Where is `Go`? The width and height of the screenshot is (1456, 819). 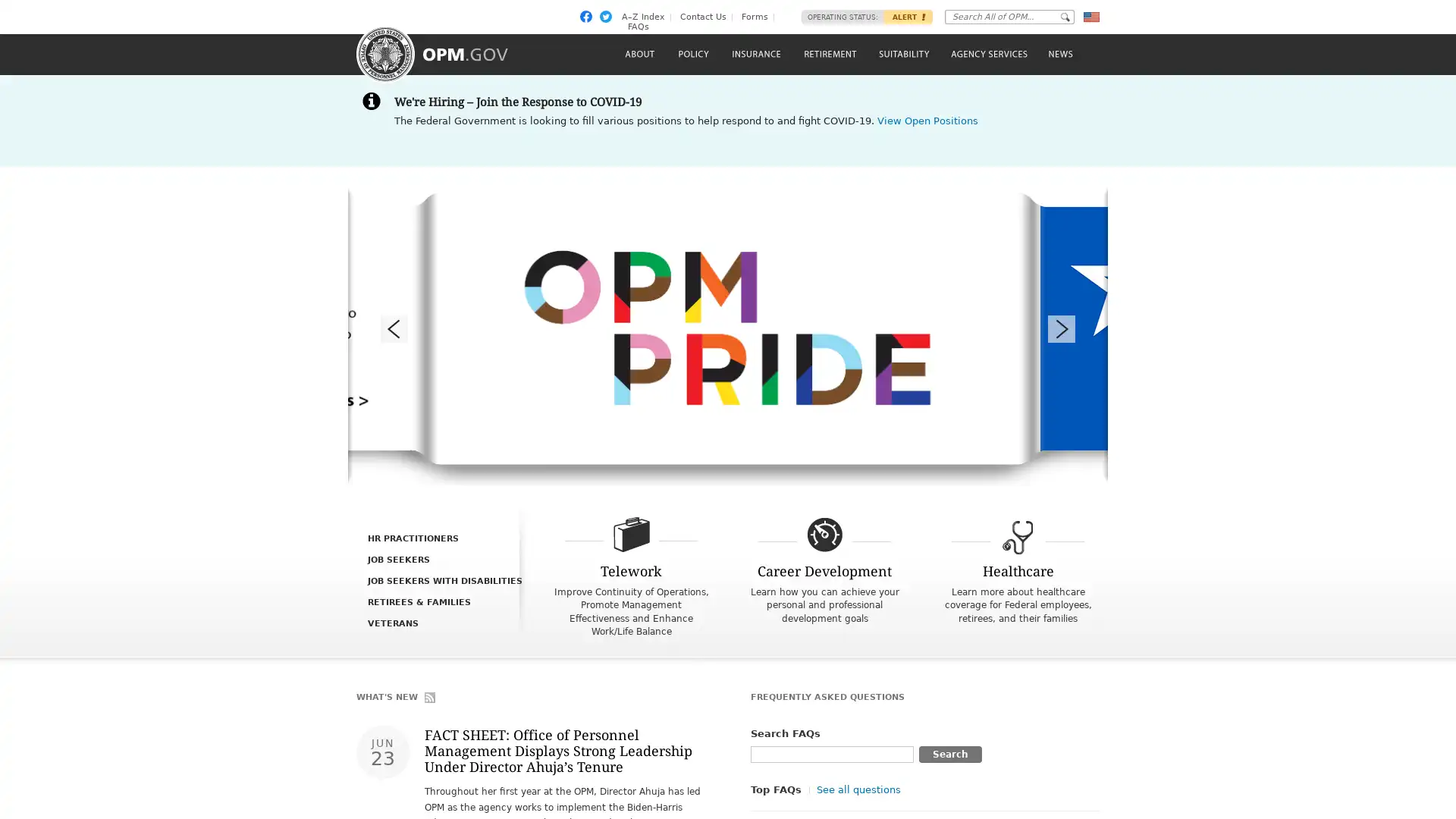
Go is located at coordinates (1065, 17).